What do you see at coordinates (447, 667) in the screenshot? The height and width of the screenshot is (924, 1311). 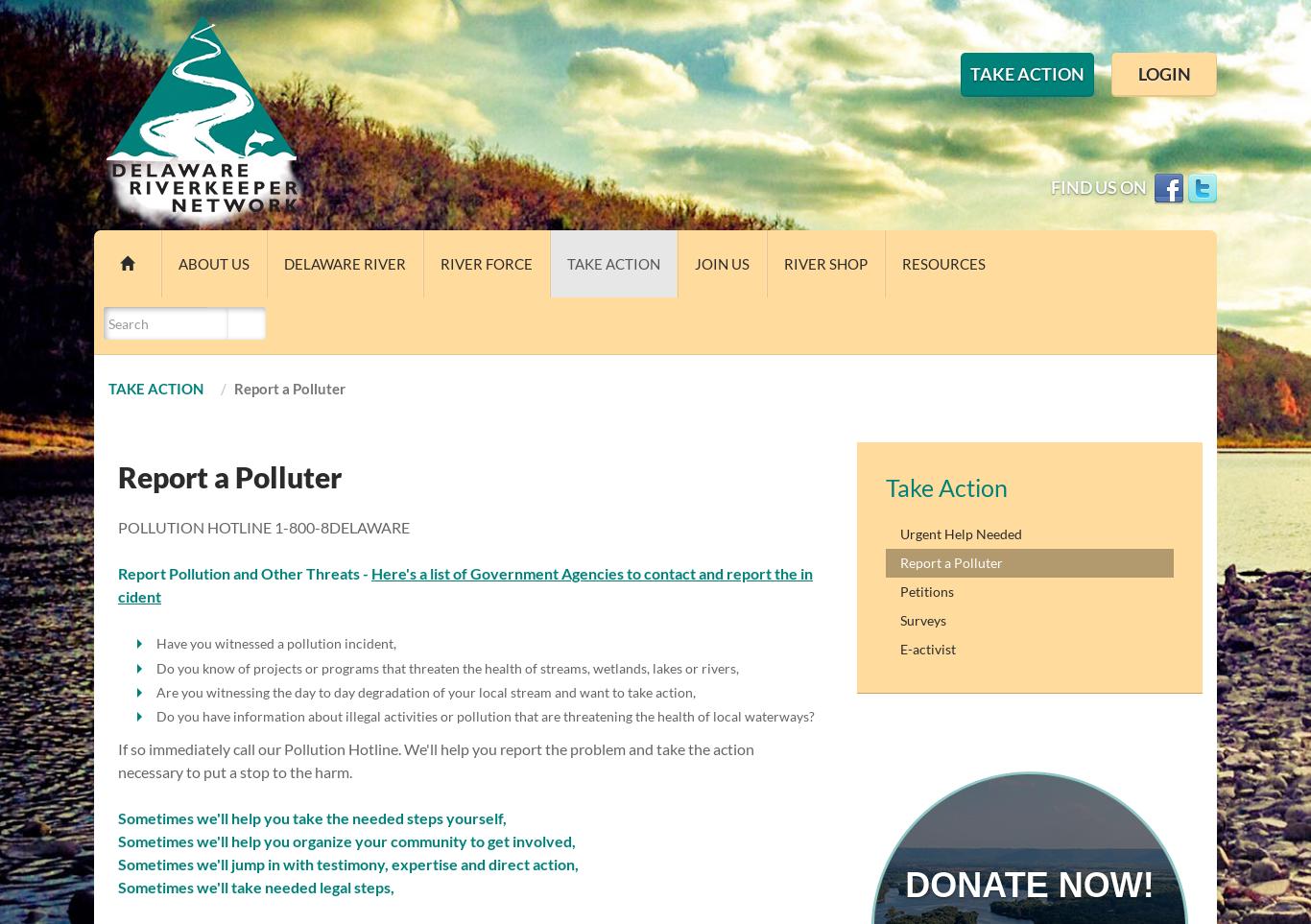 I see `'Do you know of projects or programs that threaten the health of streams, wetlands, lakes or rivers,'` at bounding box center [447, 667].